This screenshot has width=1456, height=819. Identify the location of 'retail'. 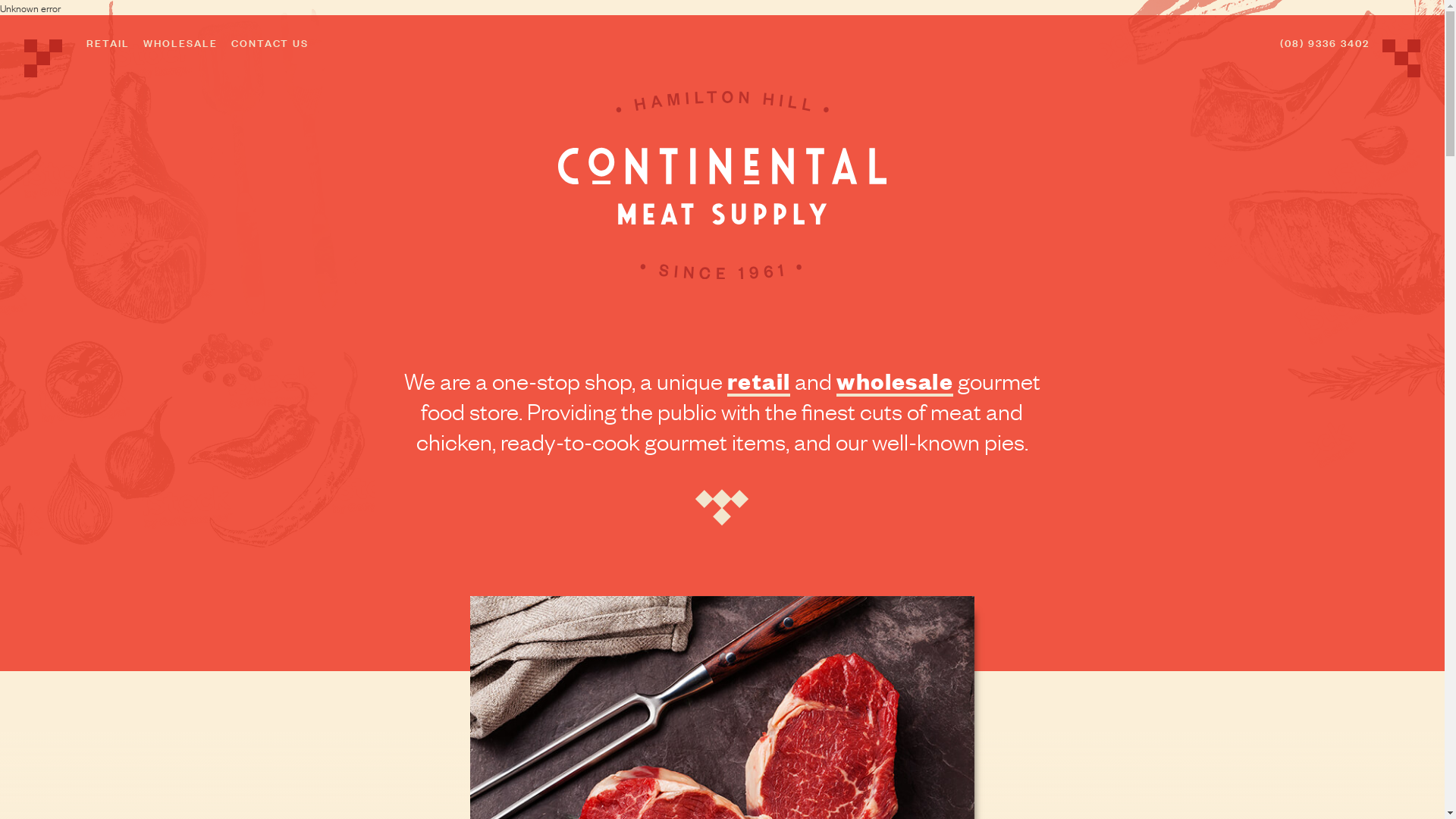
(758, 379).